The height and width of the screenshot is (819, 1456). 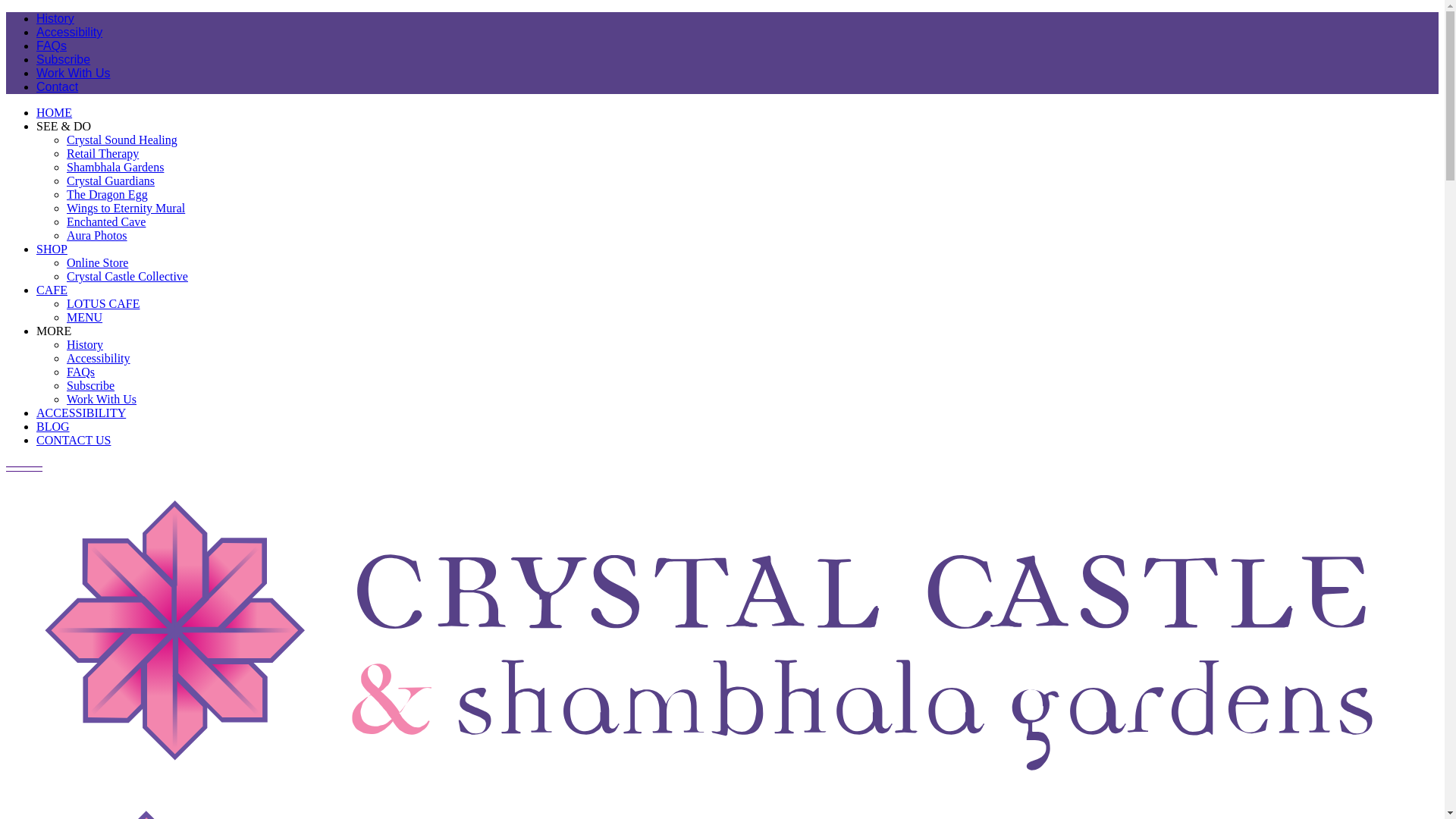 What do you see at coordinates (54, 330) in the screenshot?
I see `'MORE'` at bounding box center [54, 330].